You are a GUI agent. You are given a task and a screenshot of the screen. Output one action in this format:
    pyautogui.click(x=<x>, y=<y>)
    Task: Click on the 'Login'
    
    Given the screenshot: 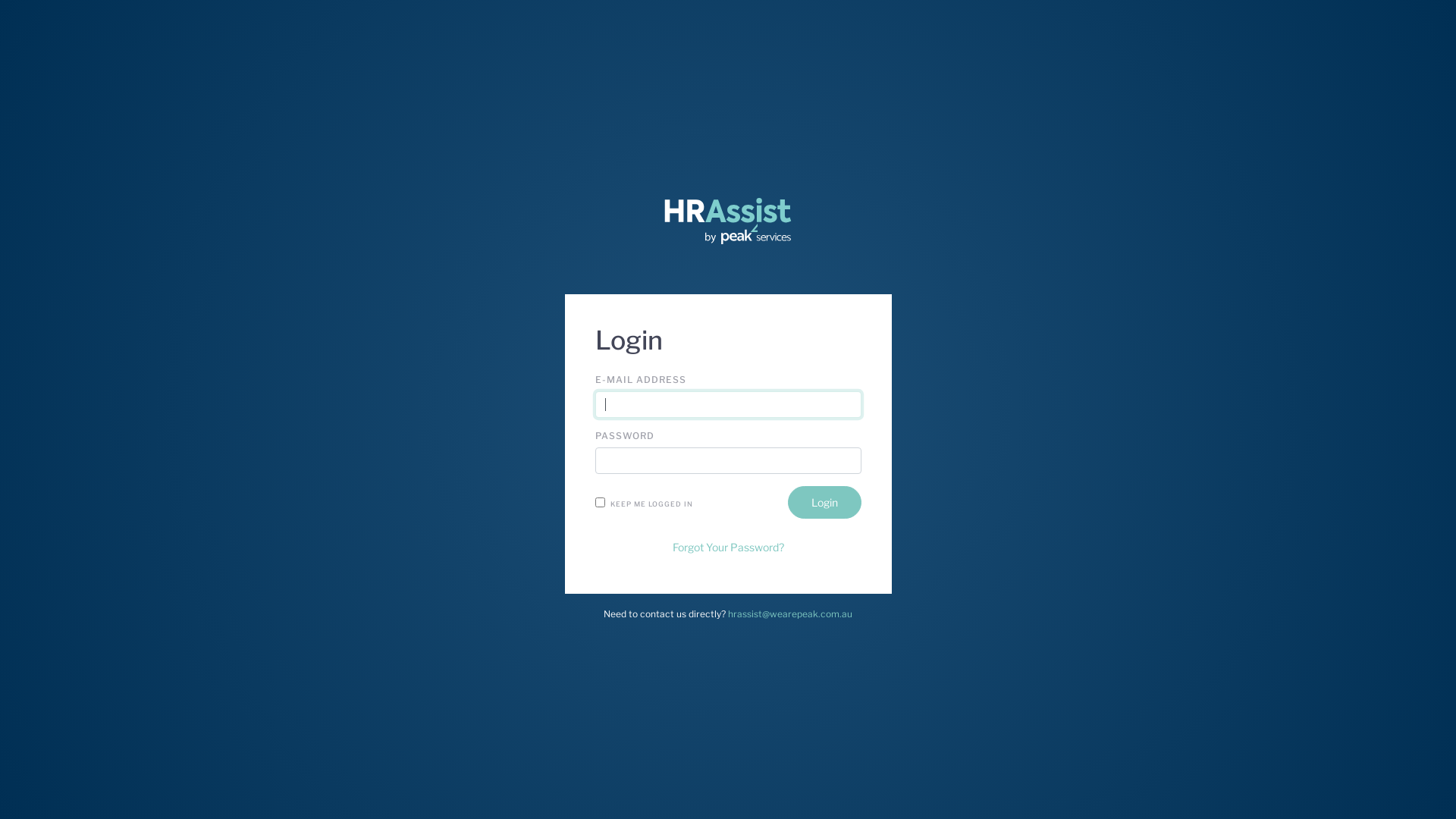 What is the action you would take?
    pyautogui.click(x=823, y=502)
    